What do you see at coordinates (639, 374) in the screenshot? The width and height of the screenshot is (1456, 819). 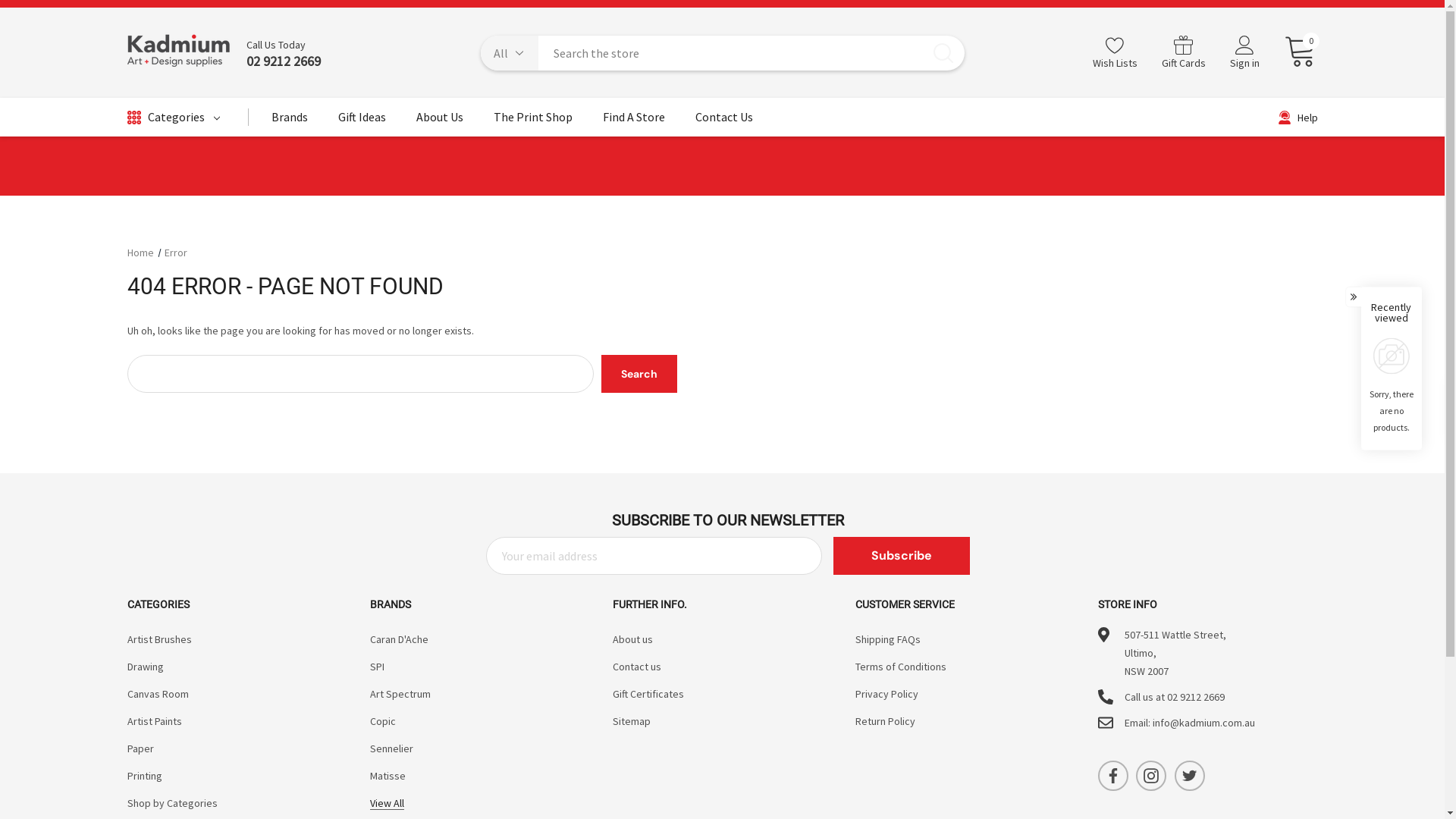 I see `'Search'` at bounding box center [639, 374].